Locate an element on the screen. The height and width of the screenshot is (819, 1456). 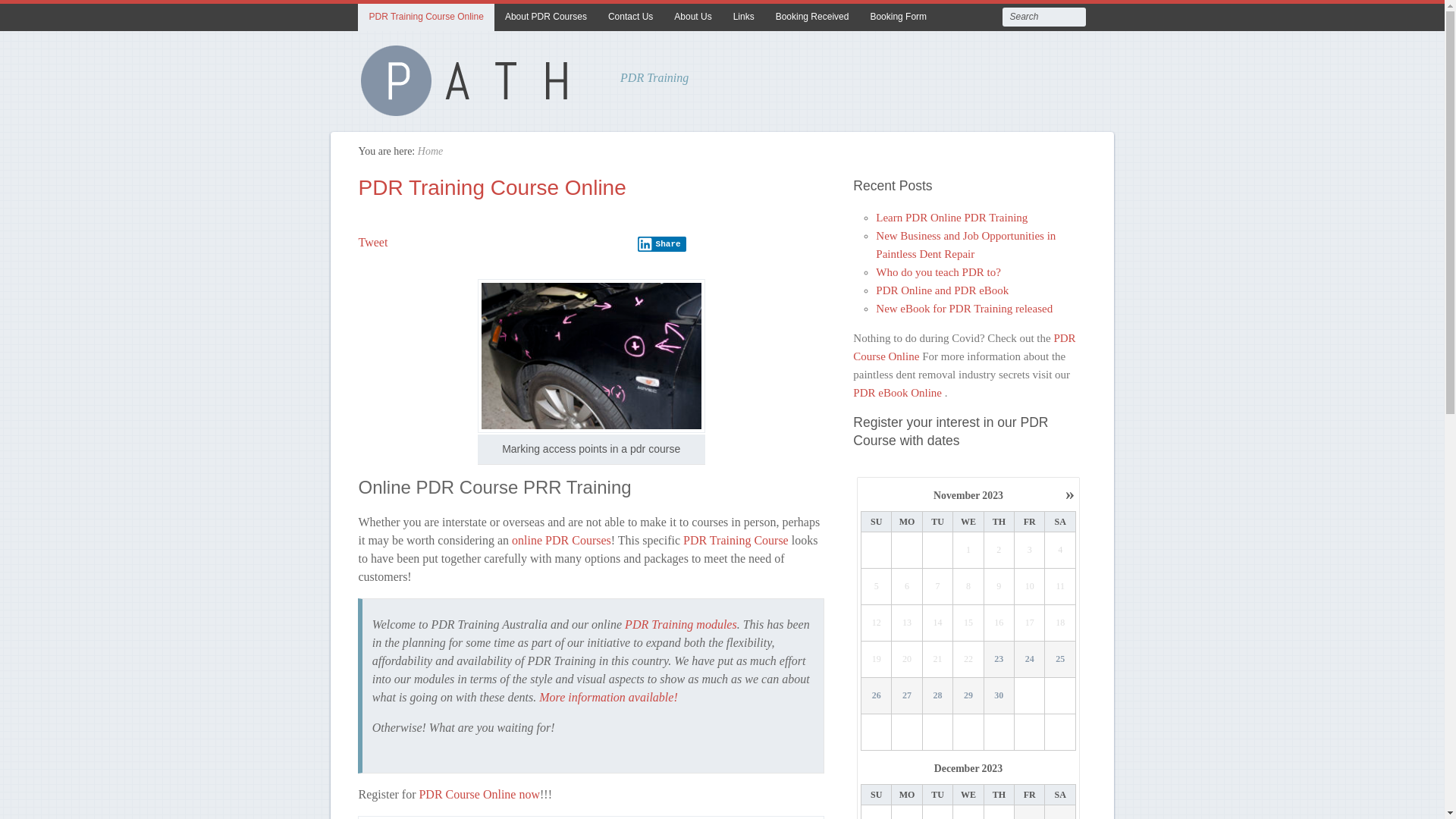
'29' is located at coordinates (968, 695).